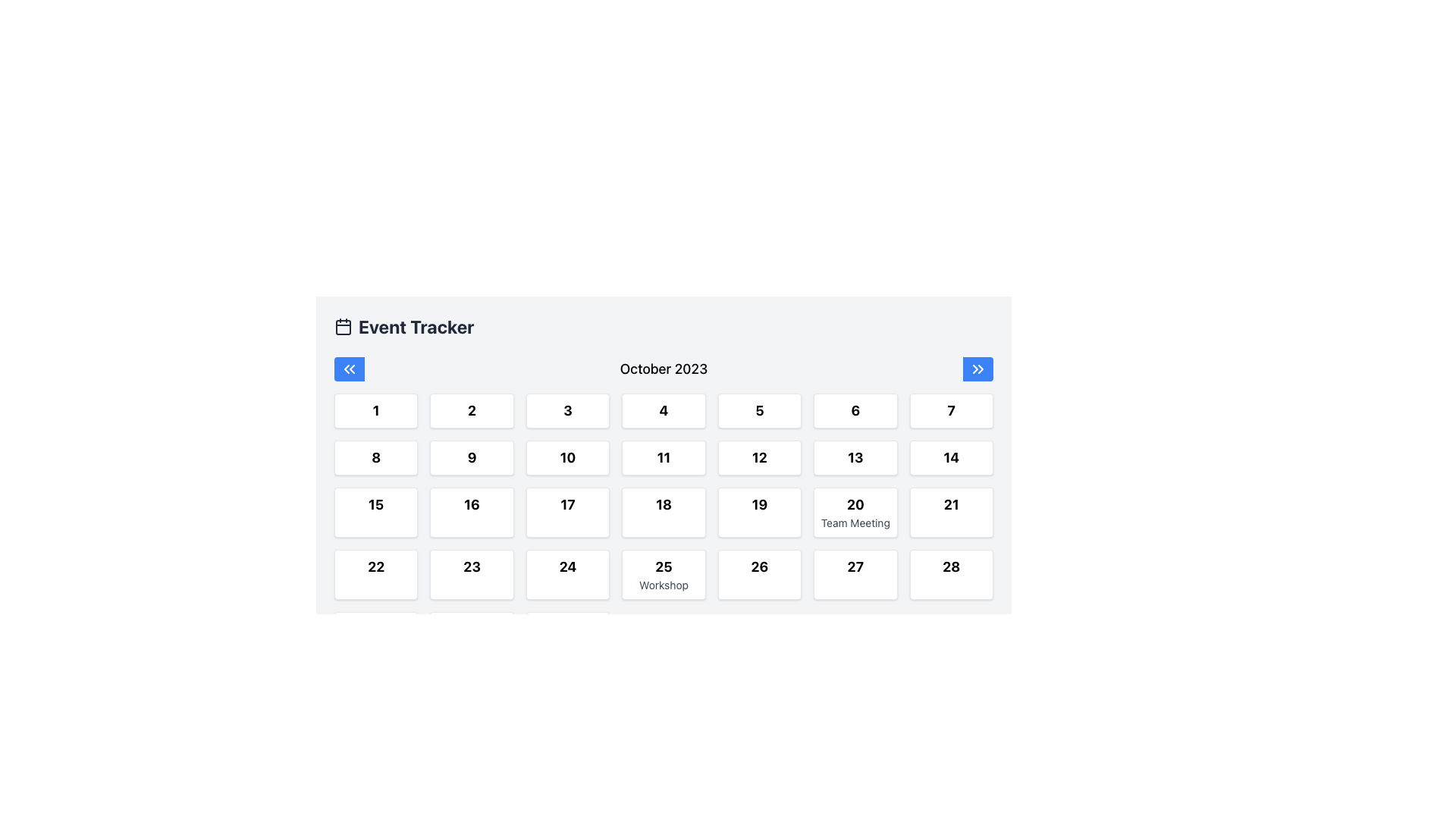 The width and height of the screenshot is (1456, 819). What do you see at coordinates (759, 567) in the screenshot?
I see `the button displaying the date 26 in the calendar interface` at bounding box center [759, 567].